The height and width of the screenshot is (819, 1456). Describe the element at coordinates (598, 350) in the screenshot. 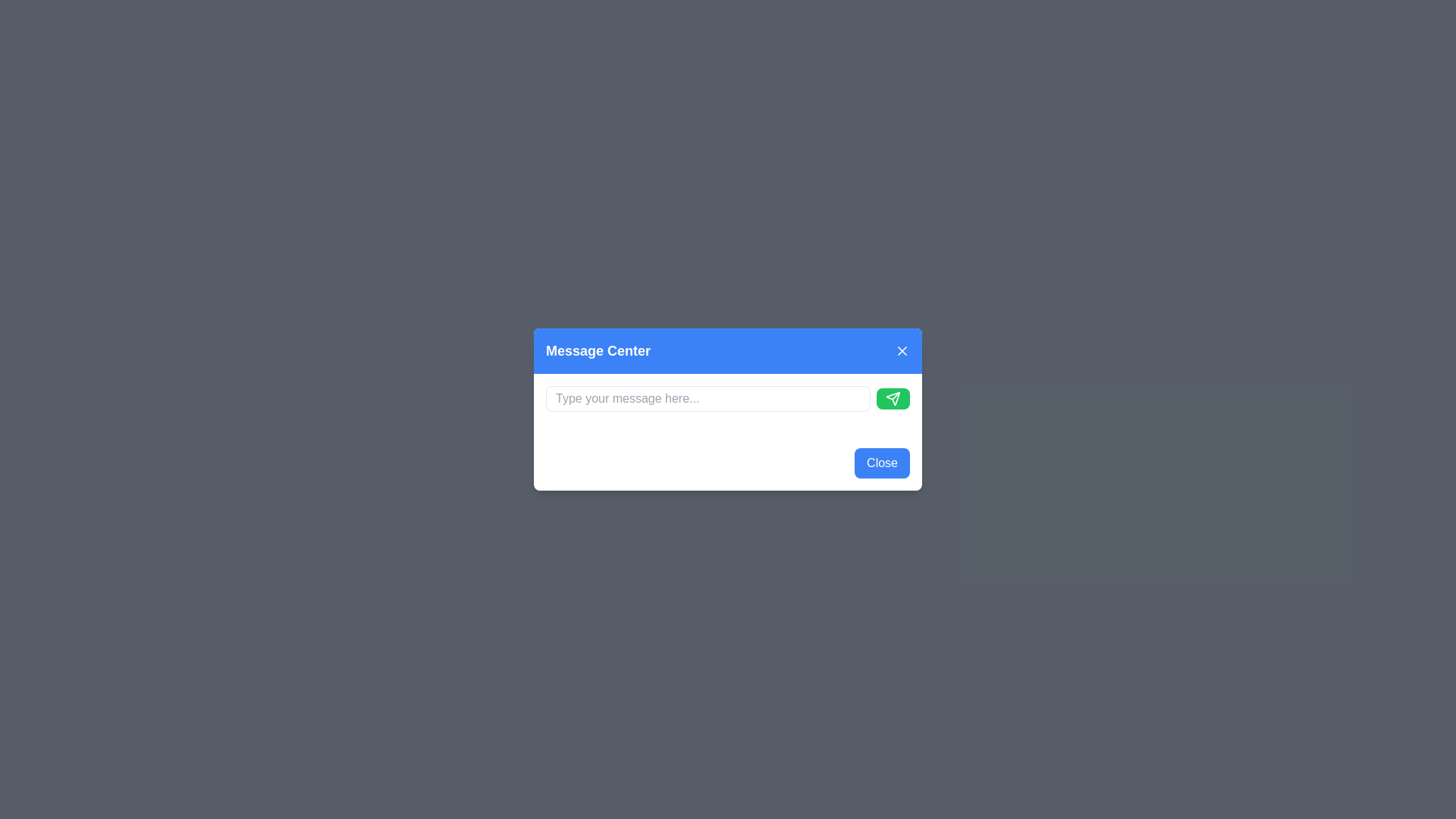

I see `the title text element of the modal dialog, which indicates the modal's purpose related to messaging` at that location.